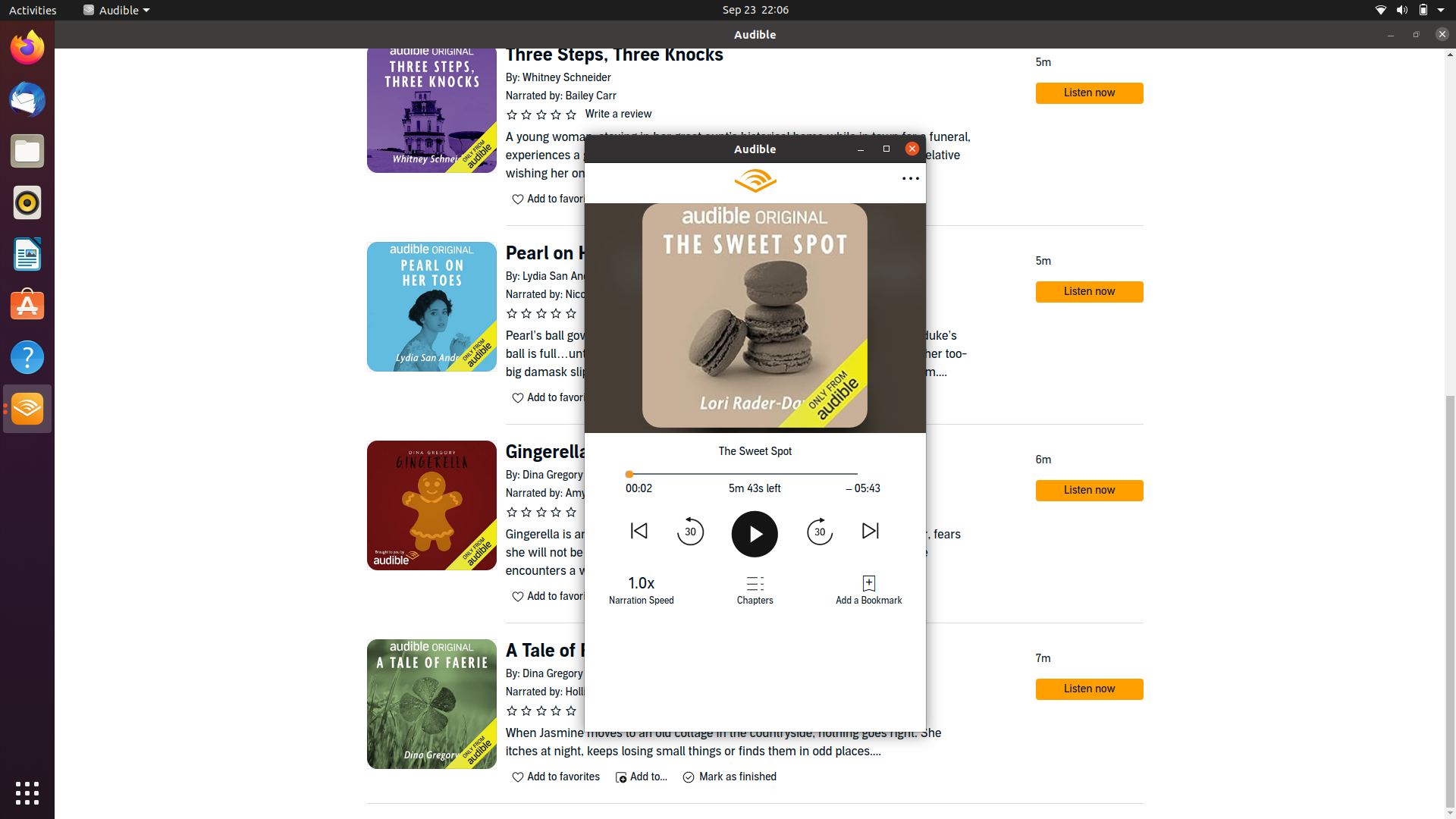 The height and width of the screenshot is (819, 1456). I want to click on Revert to the formerly used narration speed setting, so click(642, 587).